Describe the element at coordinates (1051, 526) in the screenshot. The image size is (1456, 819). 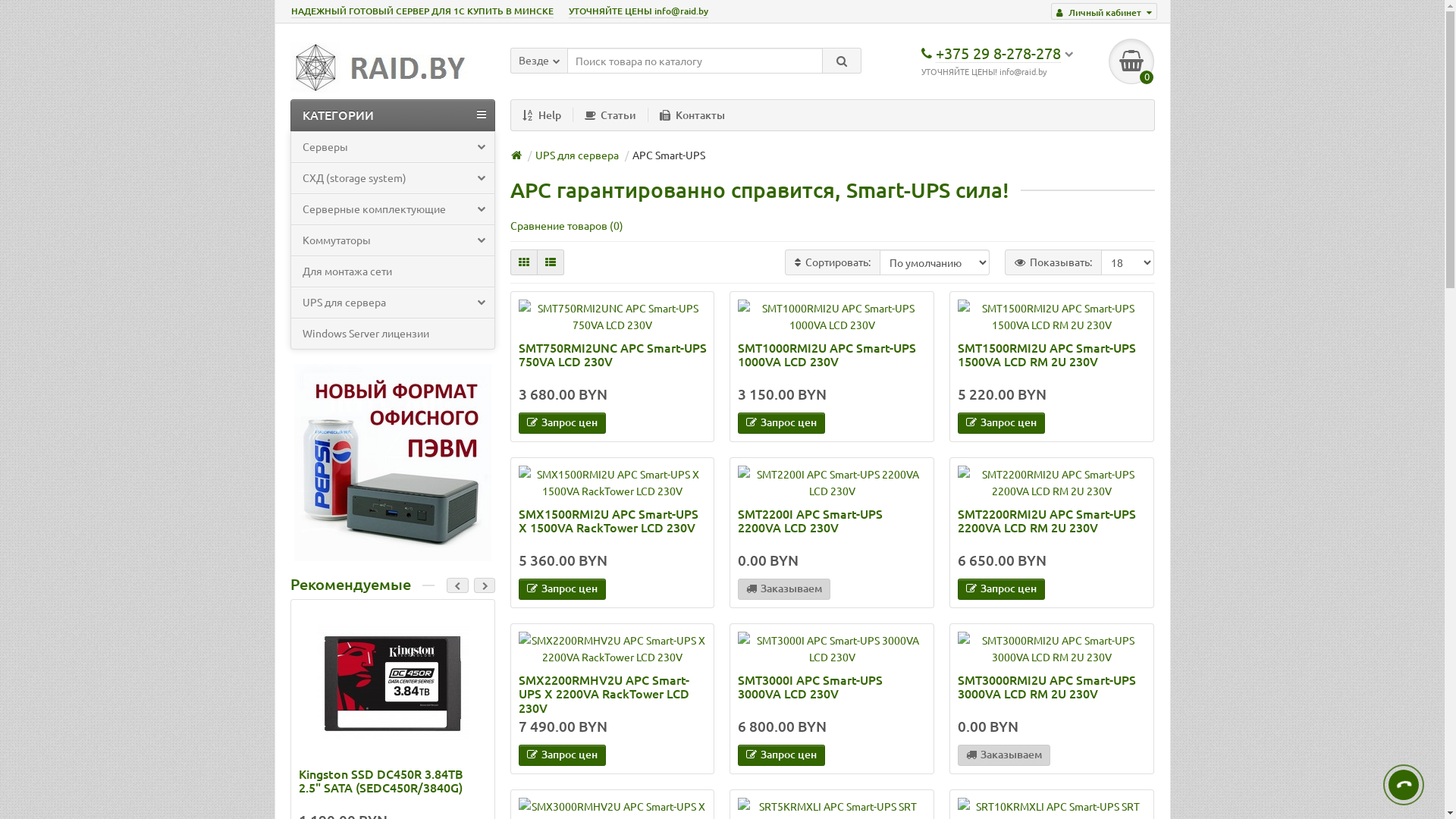
I see `'SMT2200RMI2U APC Smart-UPS 2200VA LCD RM 2U 230V'` at that location.